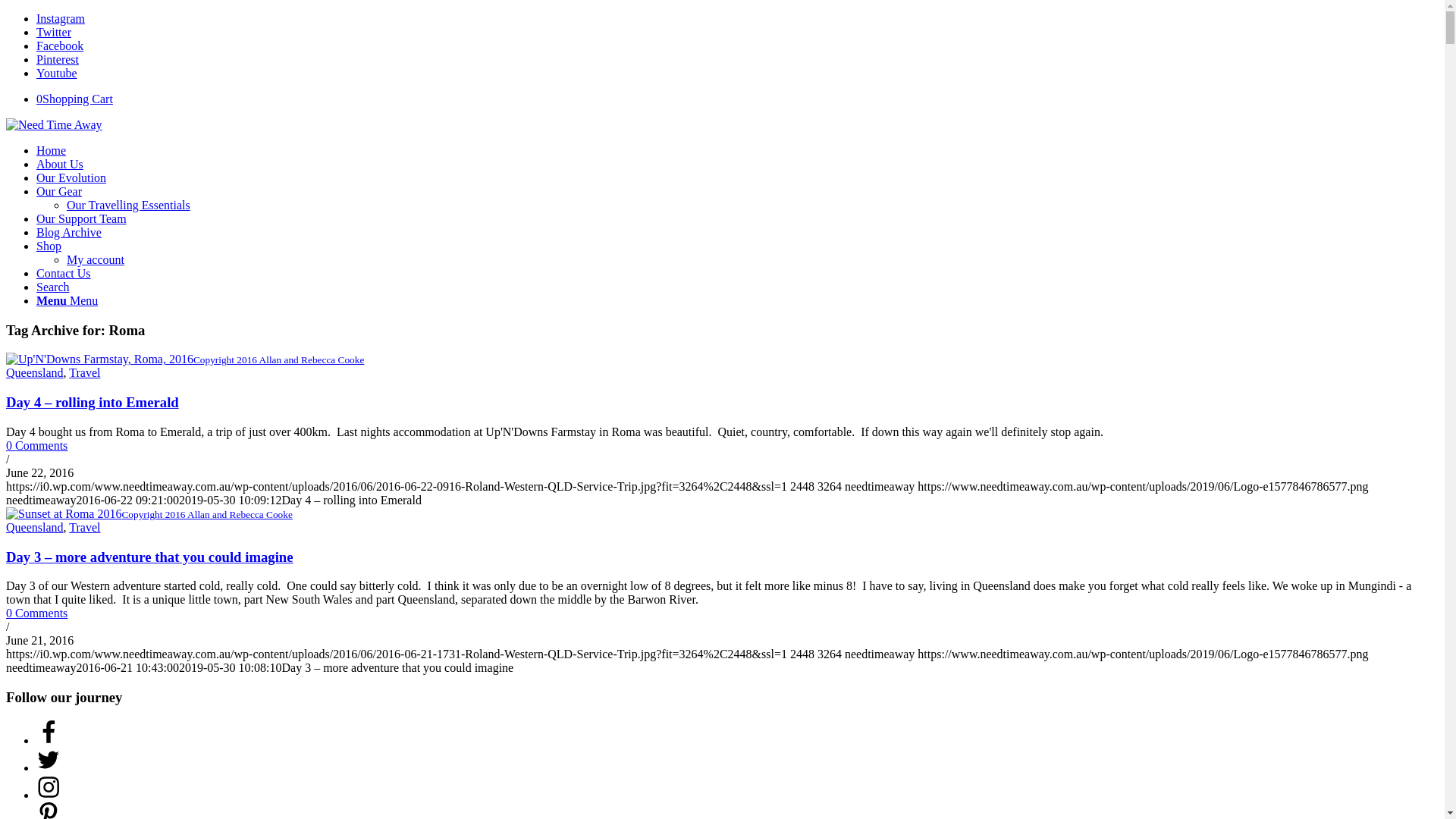  Describe the element at coordinates (71, 177) in the screenshot. I see `'Our Evolution'` at that location.